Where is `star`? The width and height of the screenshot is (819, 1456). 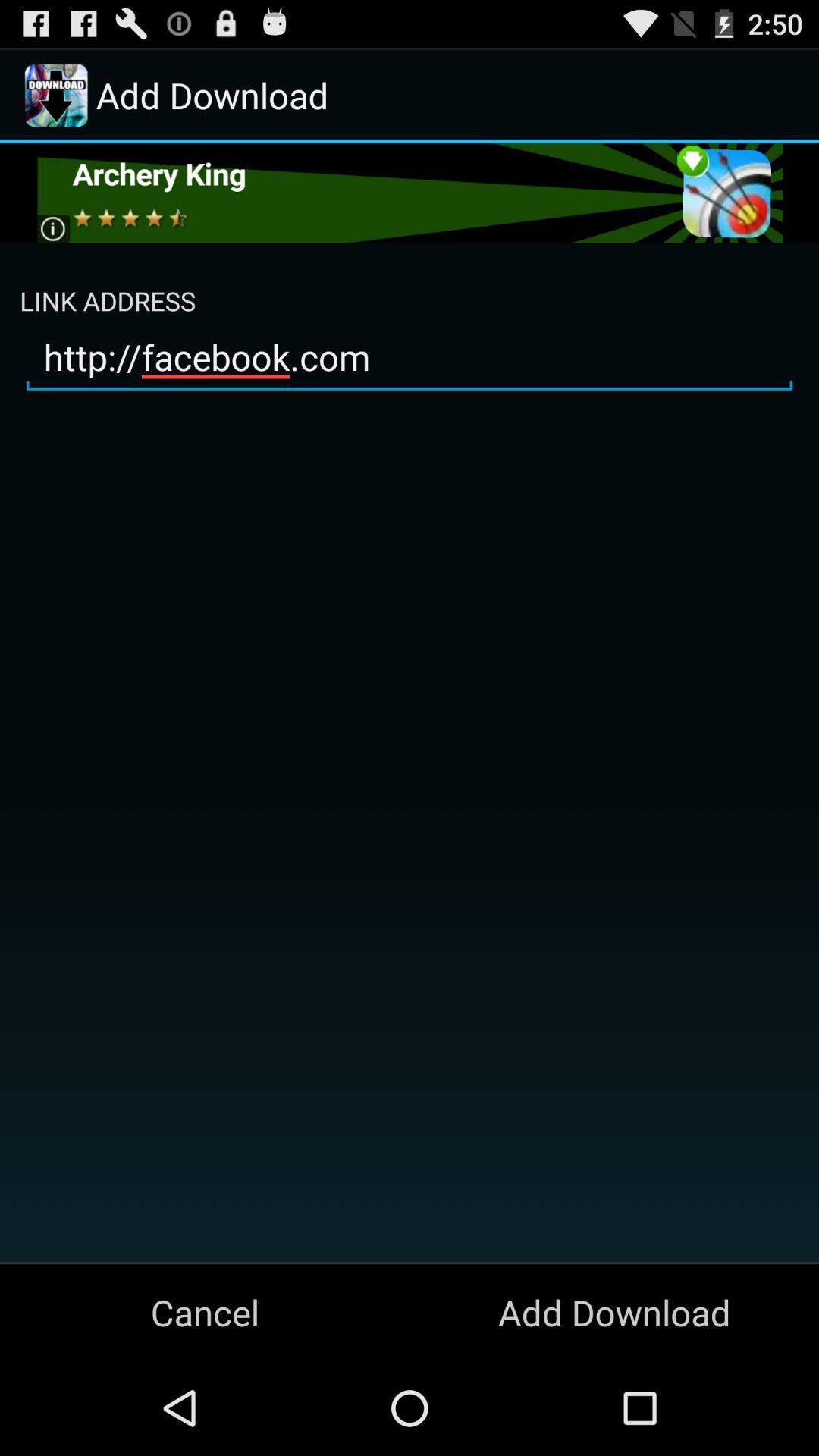
star is located at coordinates (408, 192).